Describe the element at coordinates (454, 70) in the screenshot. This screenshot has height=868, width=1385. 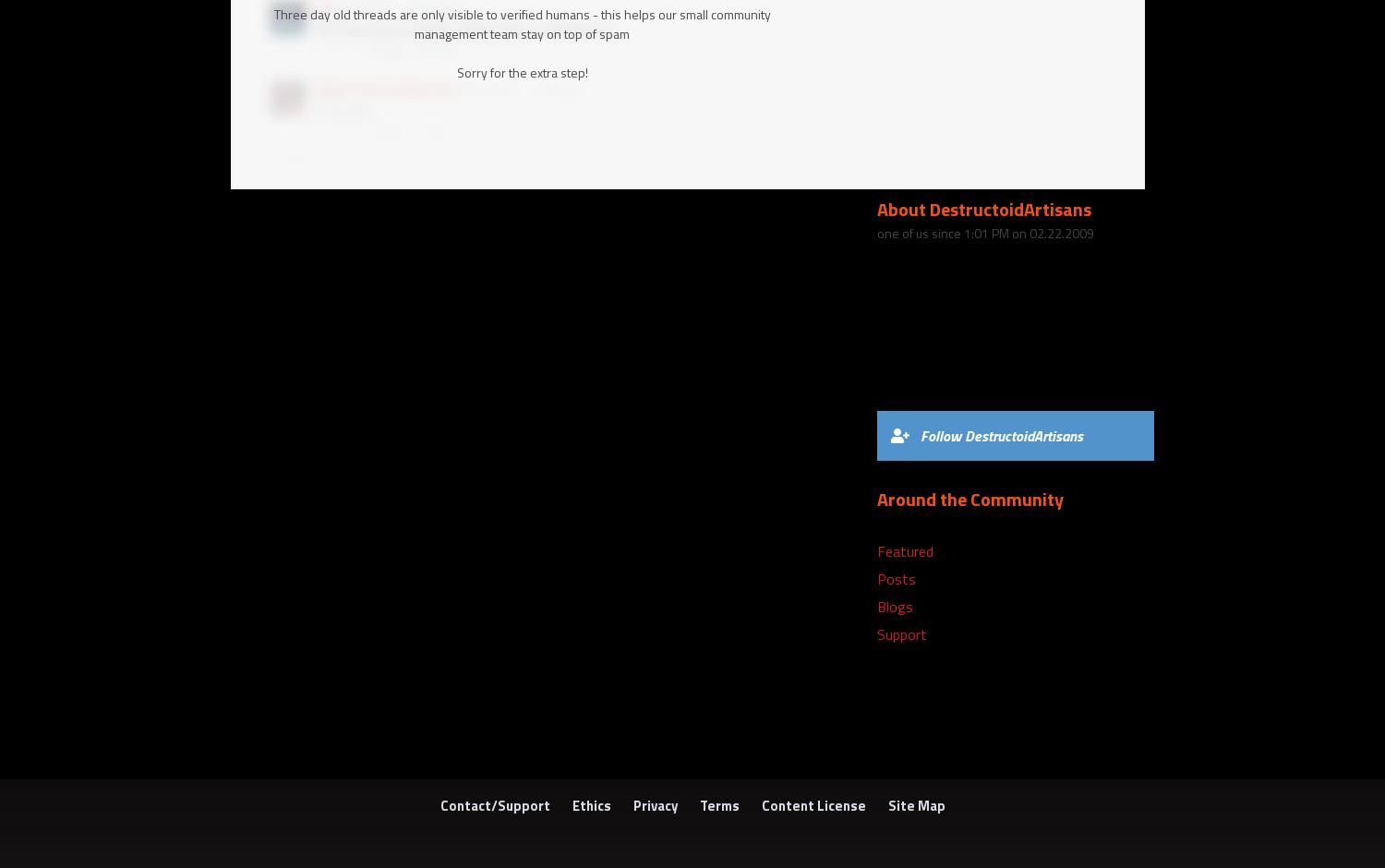
I see `'Sorry for the extra step!'` at that location.